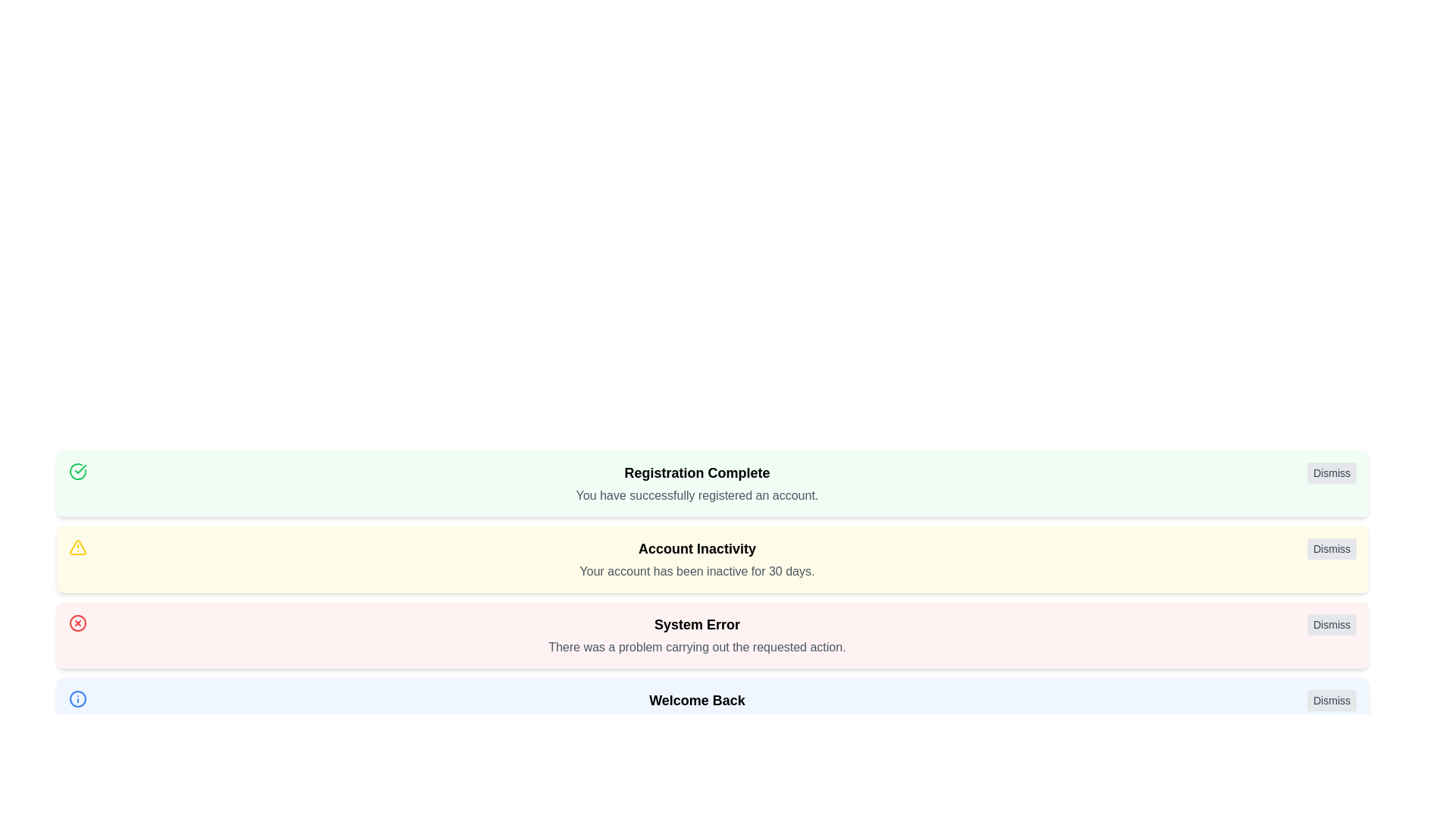  What do you see at coordinates (1331, 701) in the screenshot?
I see `the dismiss button located at the far right of the notification box` at bounding box center [1331, 701].